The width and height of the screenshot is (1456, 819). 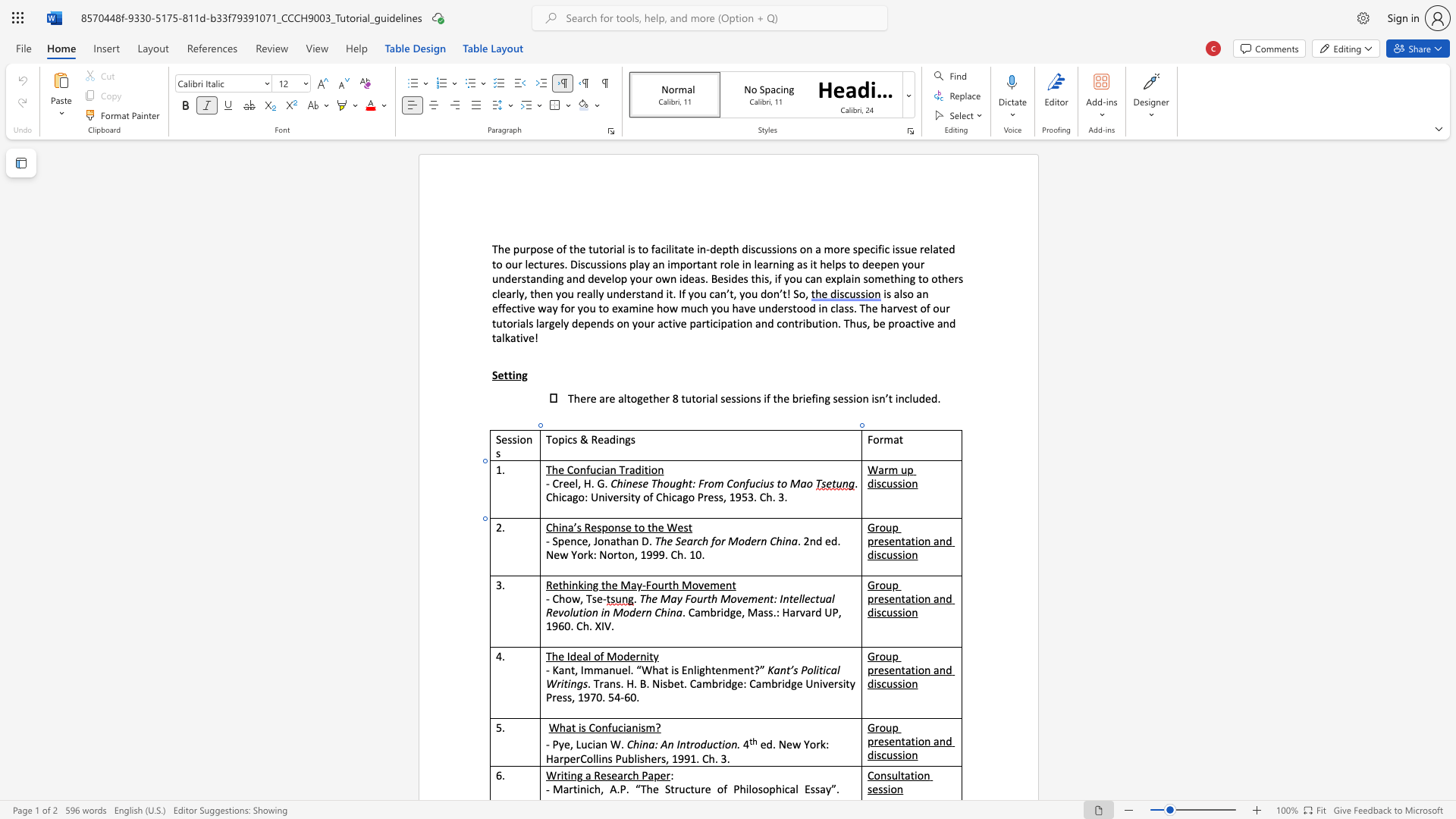 What do you see at coordinates (903, 483) in the screenshot?
I see `the 2th character "i" in the text` at bounding box center [903, 483].